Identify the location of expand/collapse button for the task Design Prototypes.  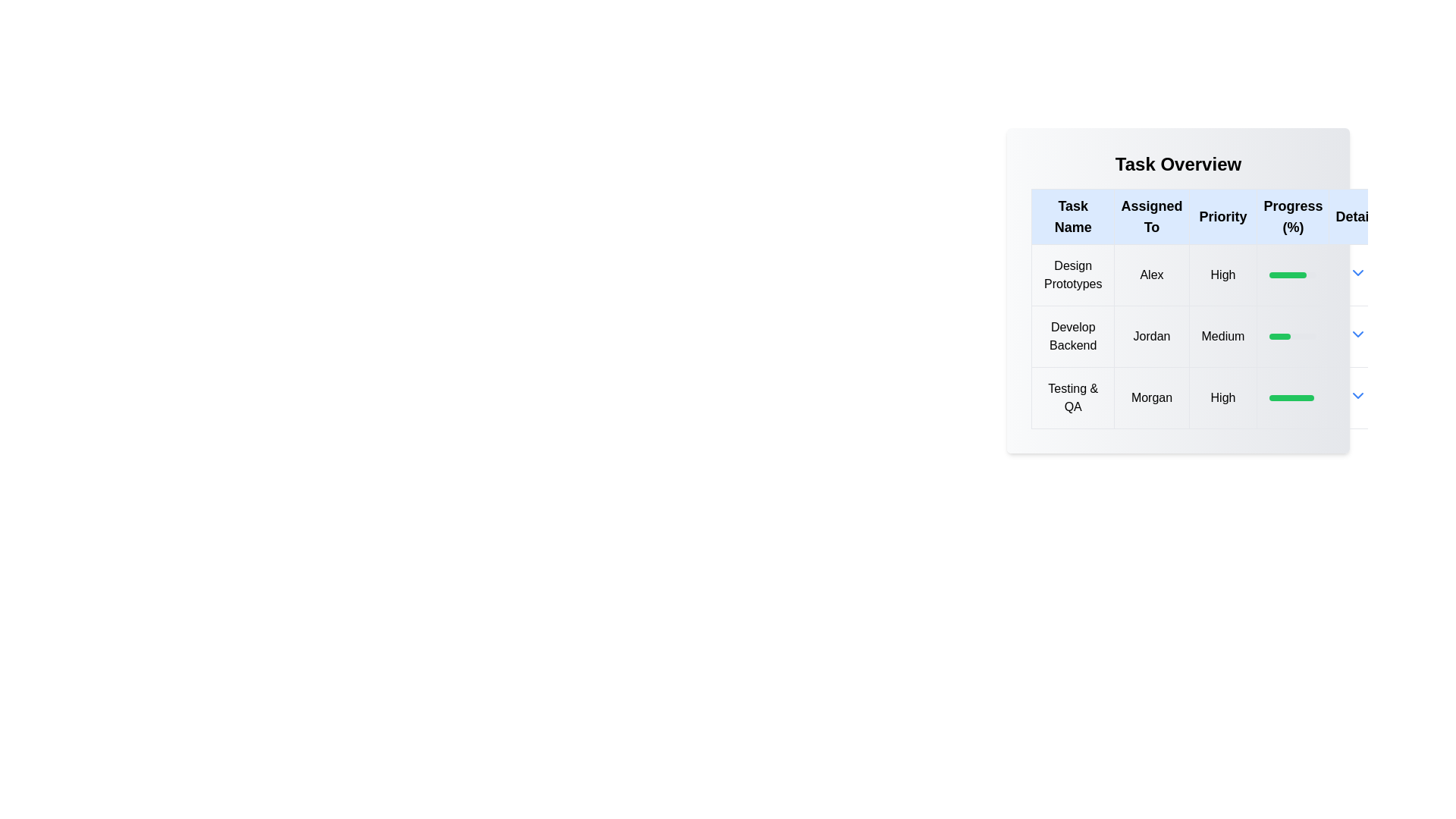
(1357, 271).